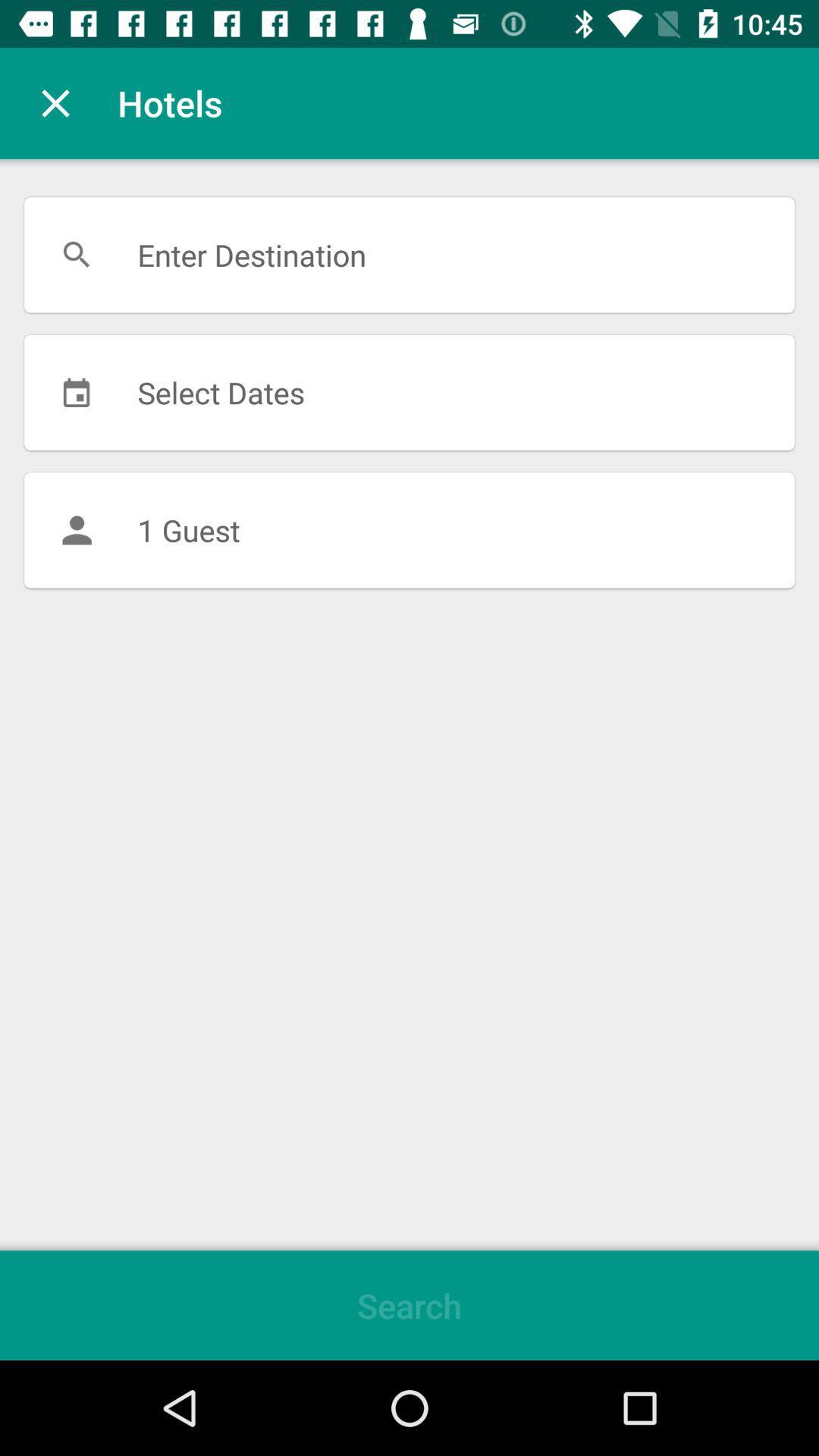  Describe the element at coordinates (409, 392) in the screenshot. I see `select dates icon` at that location.